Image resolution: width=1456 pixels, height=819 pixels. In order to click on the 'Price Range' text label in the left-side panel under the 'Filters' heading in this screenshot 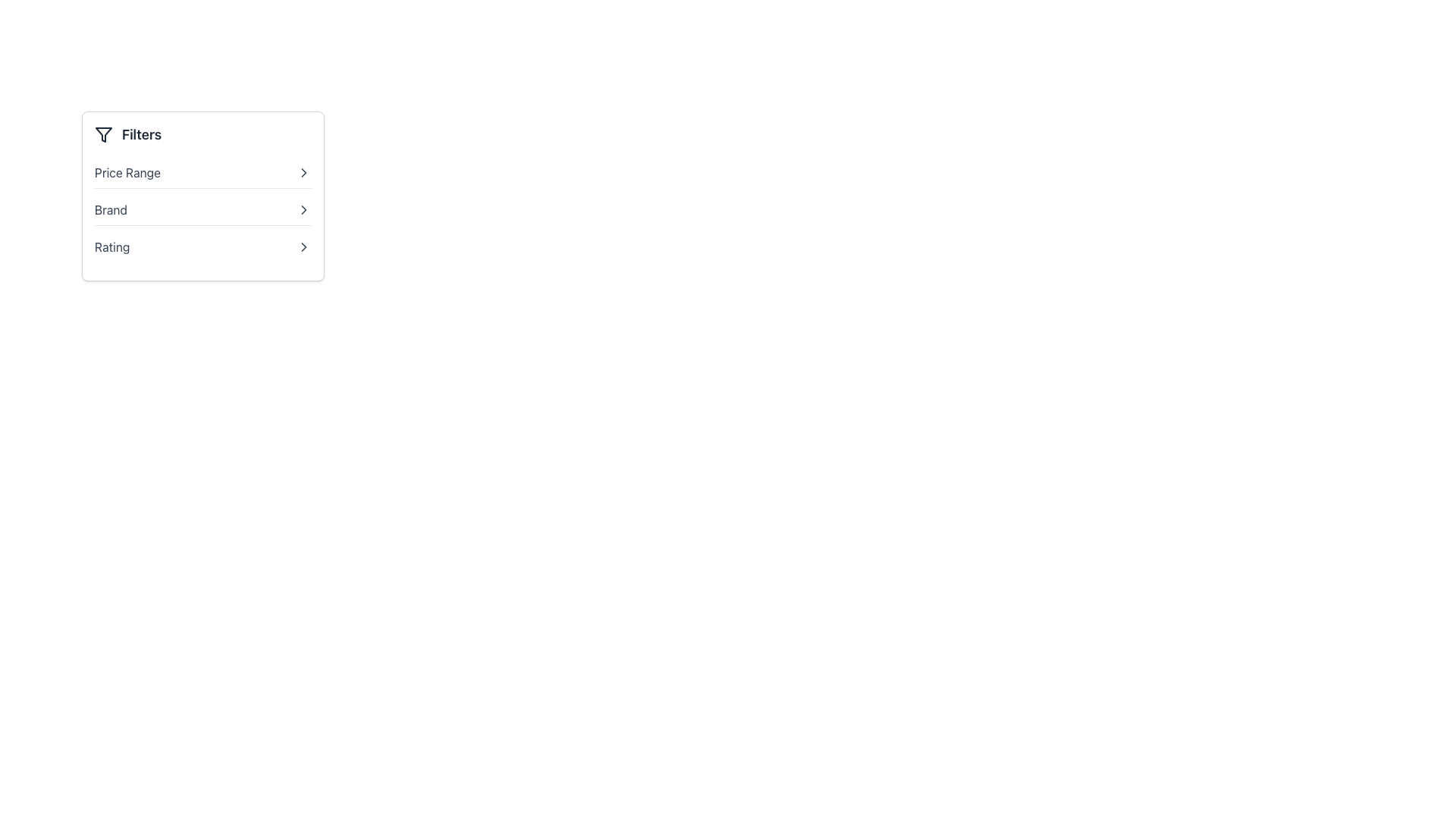, I will do `click(127, 171)`.